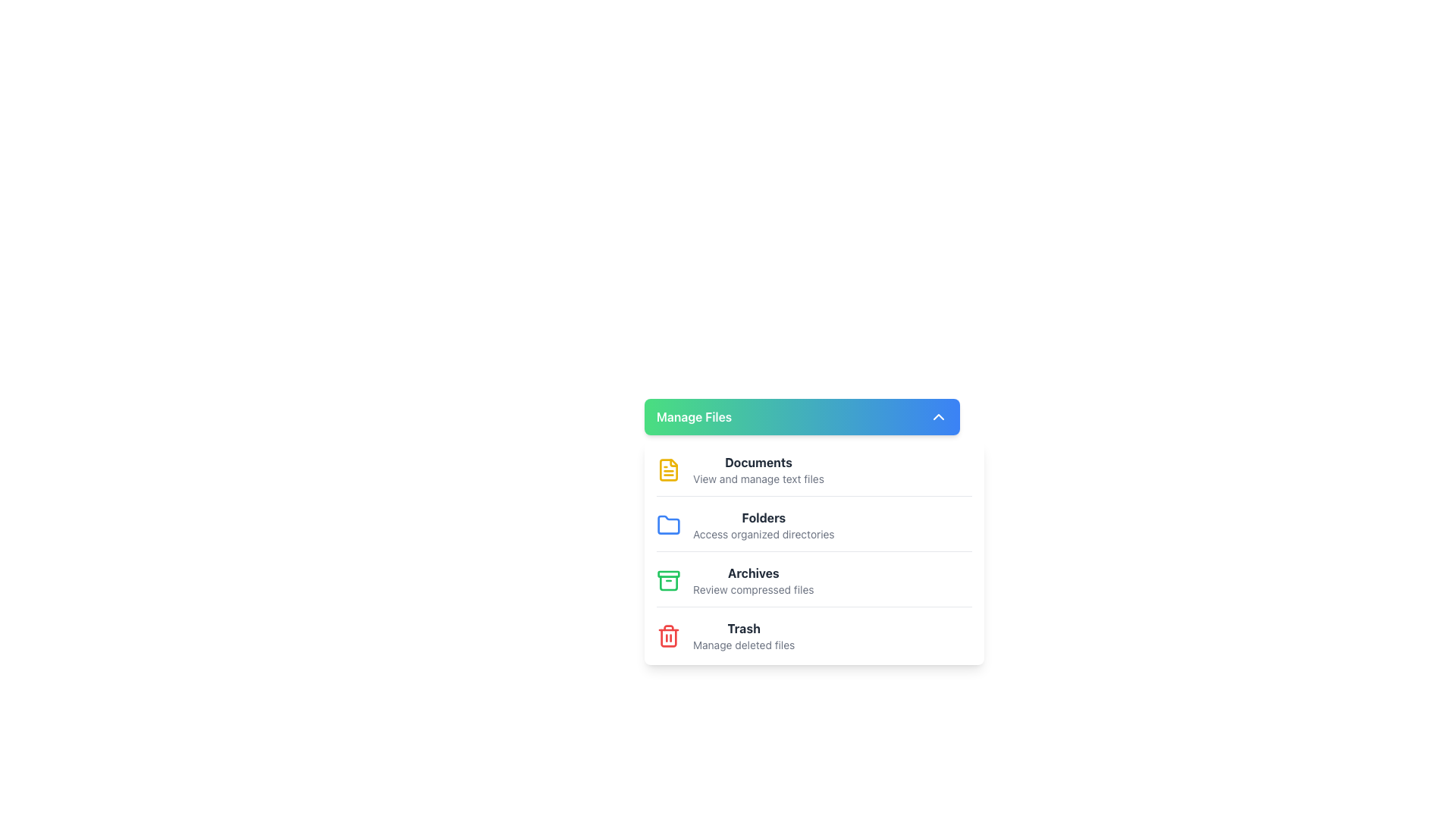 Image resolution: width=1456 pixels, height=819 pixels. I want to click on the 'Archives' icon located to the left of the 'Archives' title in the 'Manage Files' section, so click(668, 580).